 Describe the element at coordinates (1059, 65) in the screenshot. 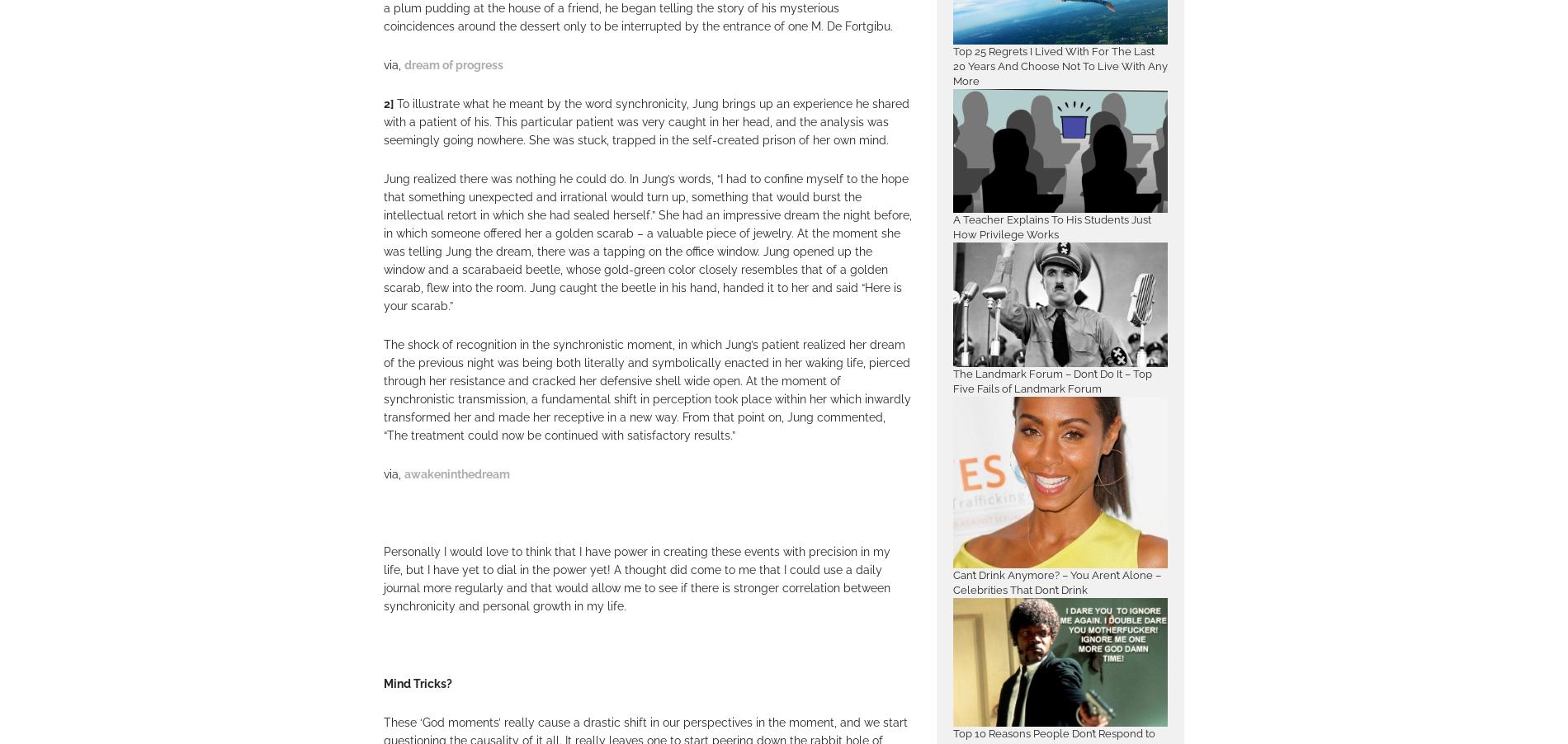

I see `'Top 25 Regrets I Lived With For The Last 20 Years And Choose Not To Live With Any More'` at that location.